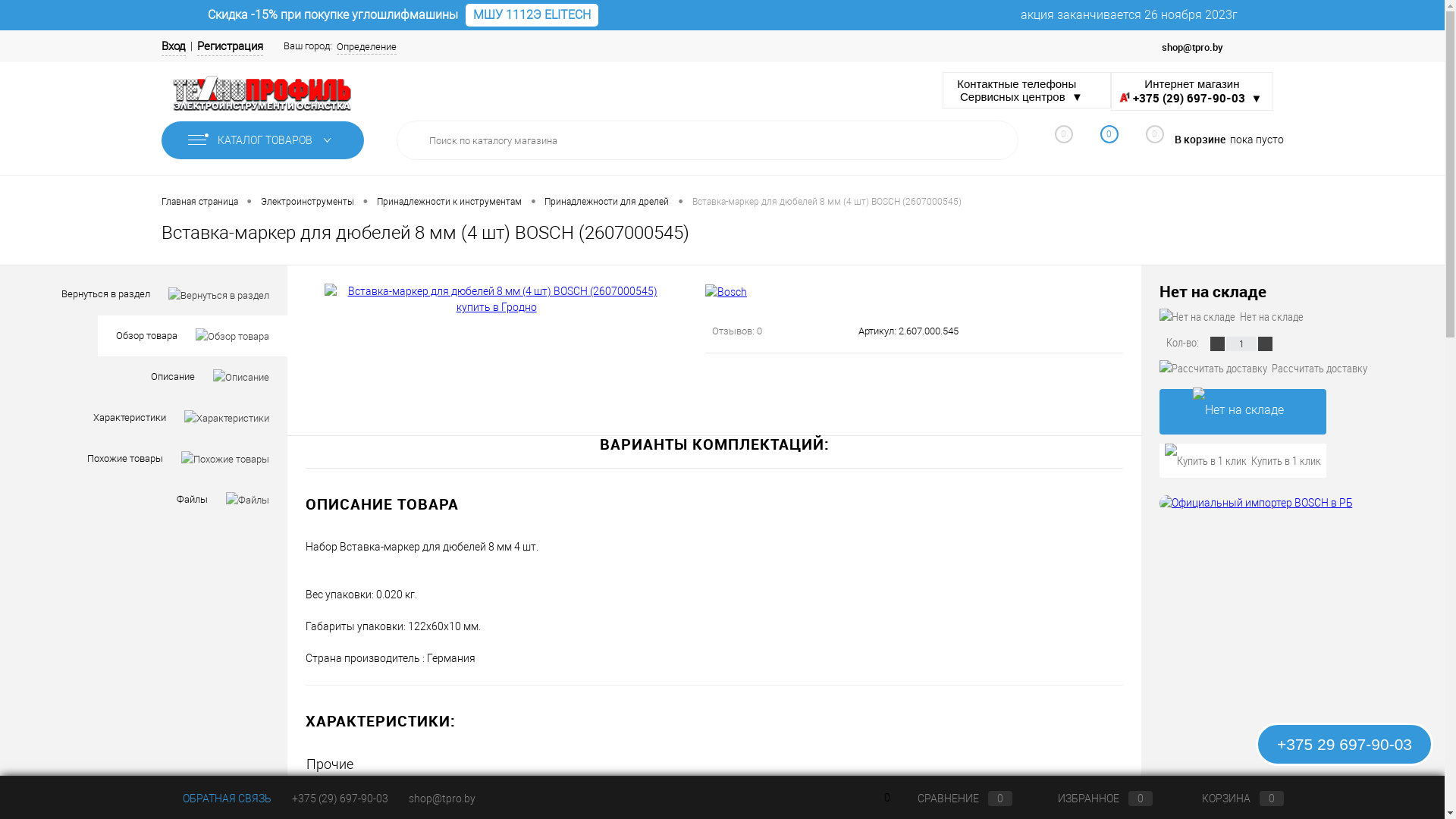  Describe the element at coordinates (1055, 143) in the screenshot. I see `'0'` at that location.